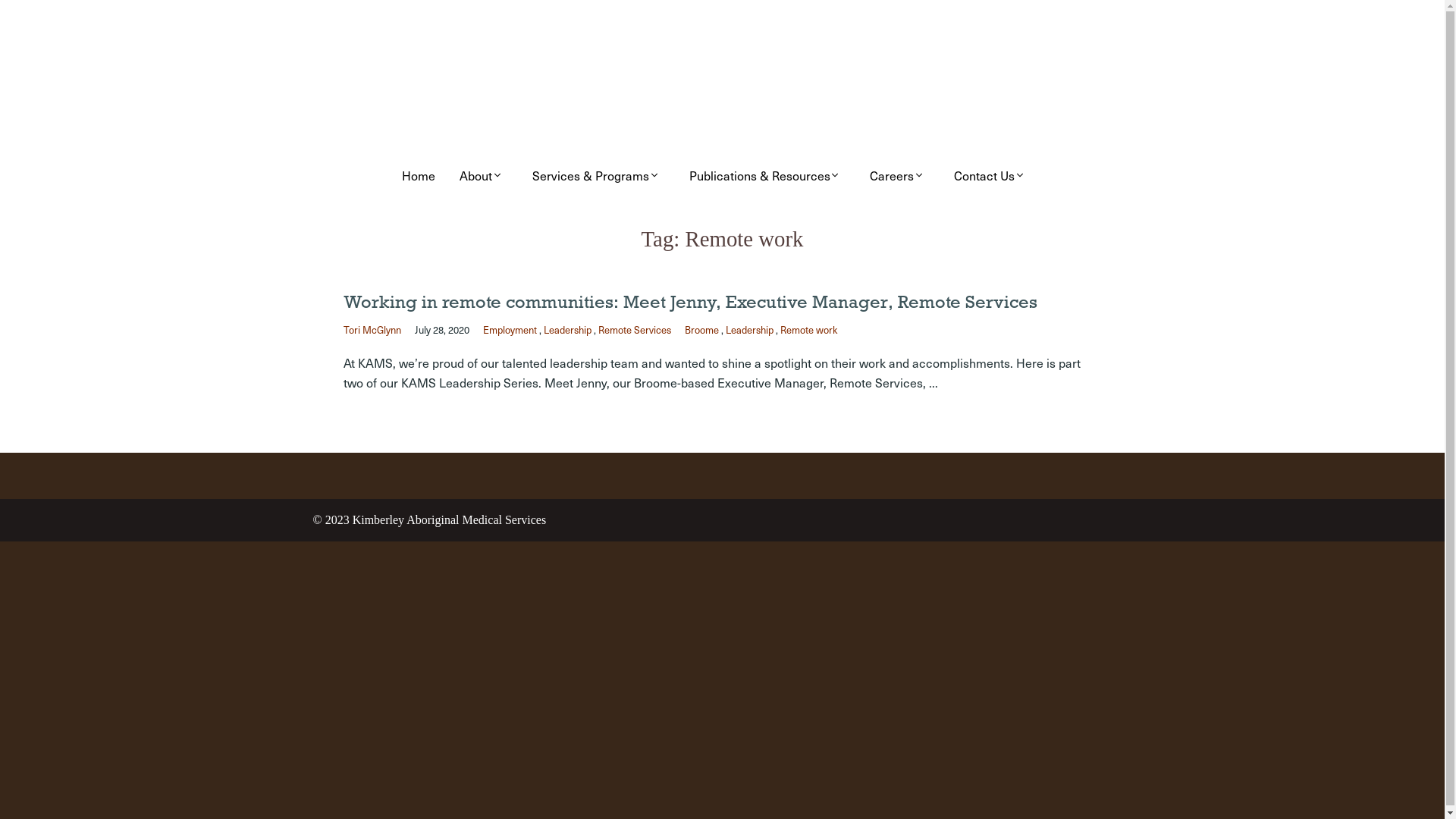 This screenshot has height=819, width=1456. What do you see at coordinates (598, 174) in the screenshot?
I see `'Services & Programs'` at bounding box center [598, 174].